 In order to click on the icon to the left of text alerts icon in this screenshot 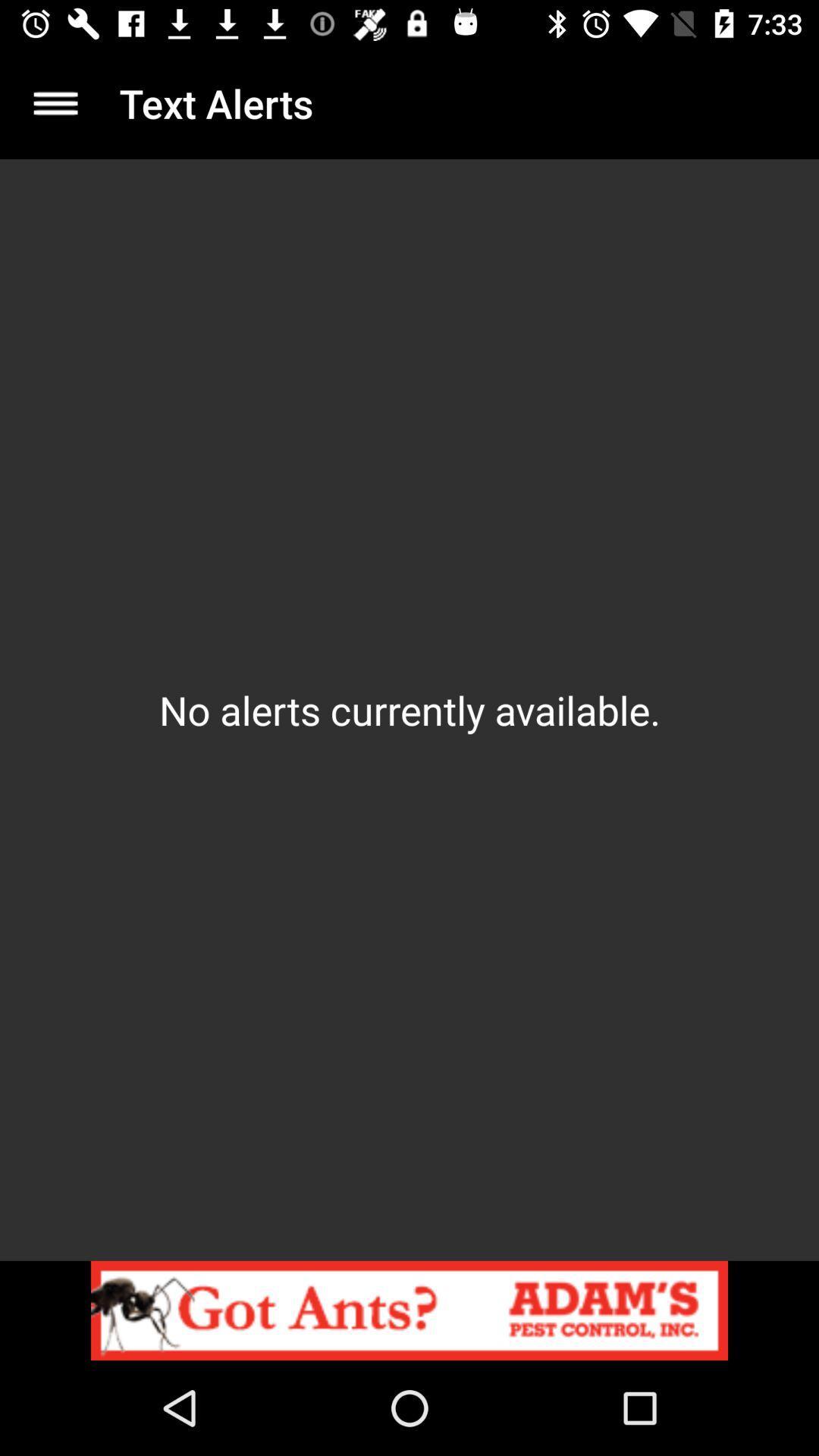, I will do `click(55, 102)`.